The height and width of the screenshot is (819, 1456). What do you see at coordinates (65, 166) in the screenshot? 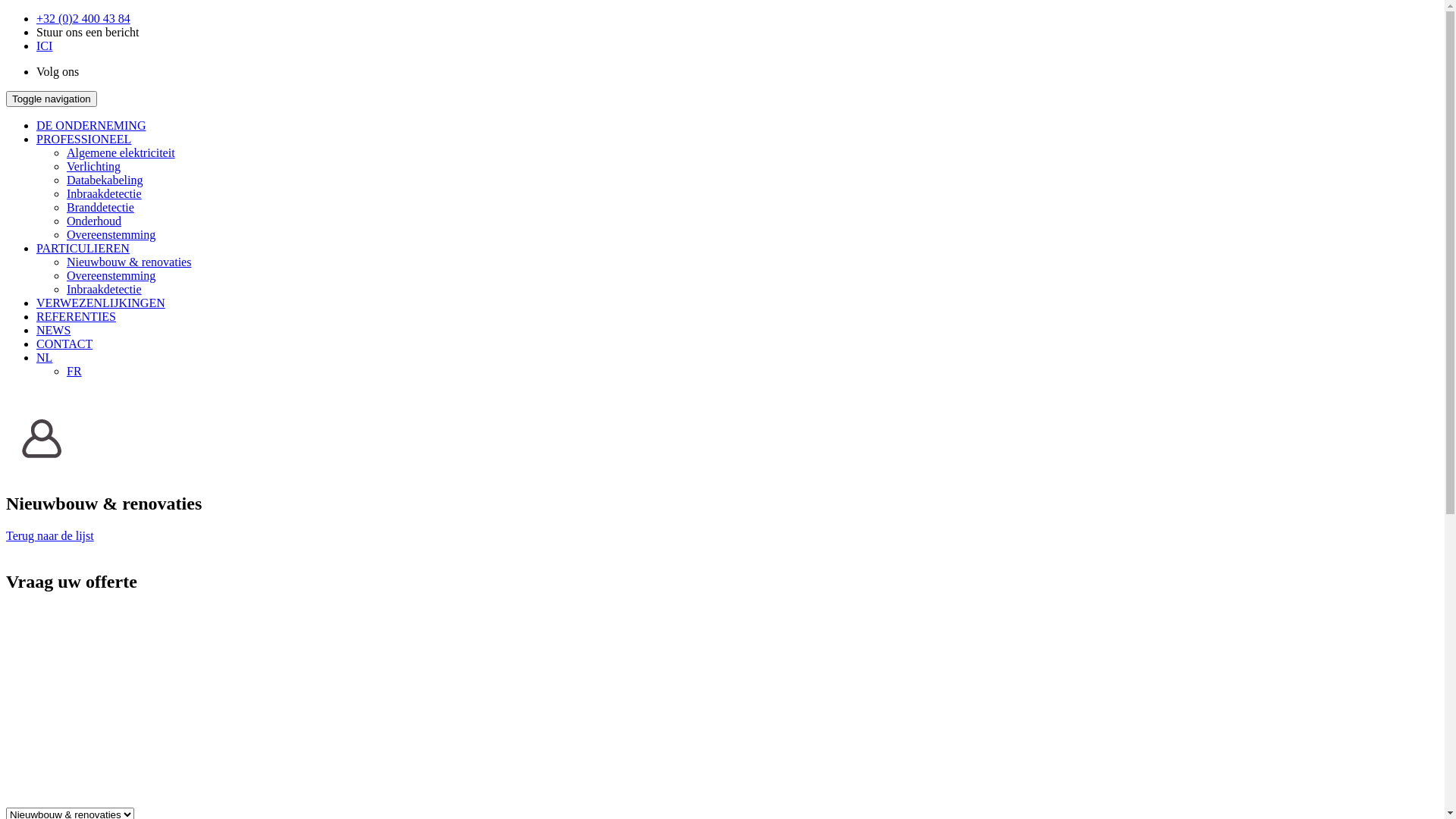
I see `'Verlichting'` at bounding box center [65, 166].